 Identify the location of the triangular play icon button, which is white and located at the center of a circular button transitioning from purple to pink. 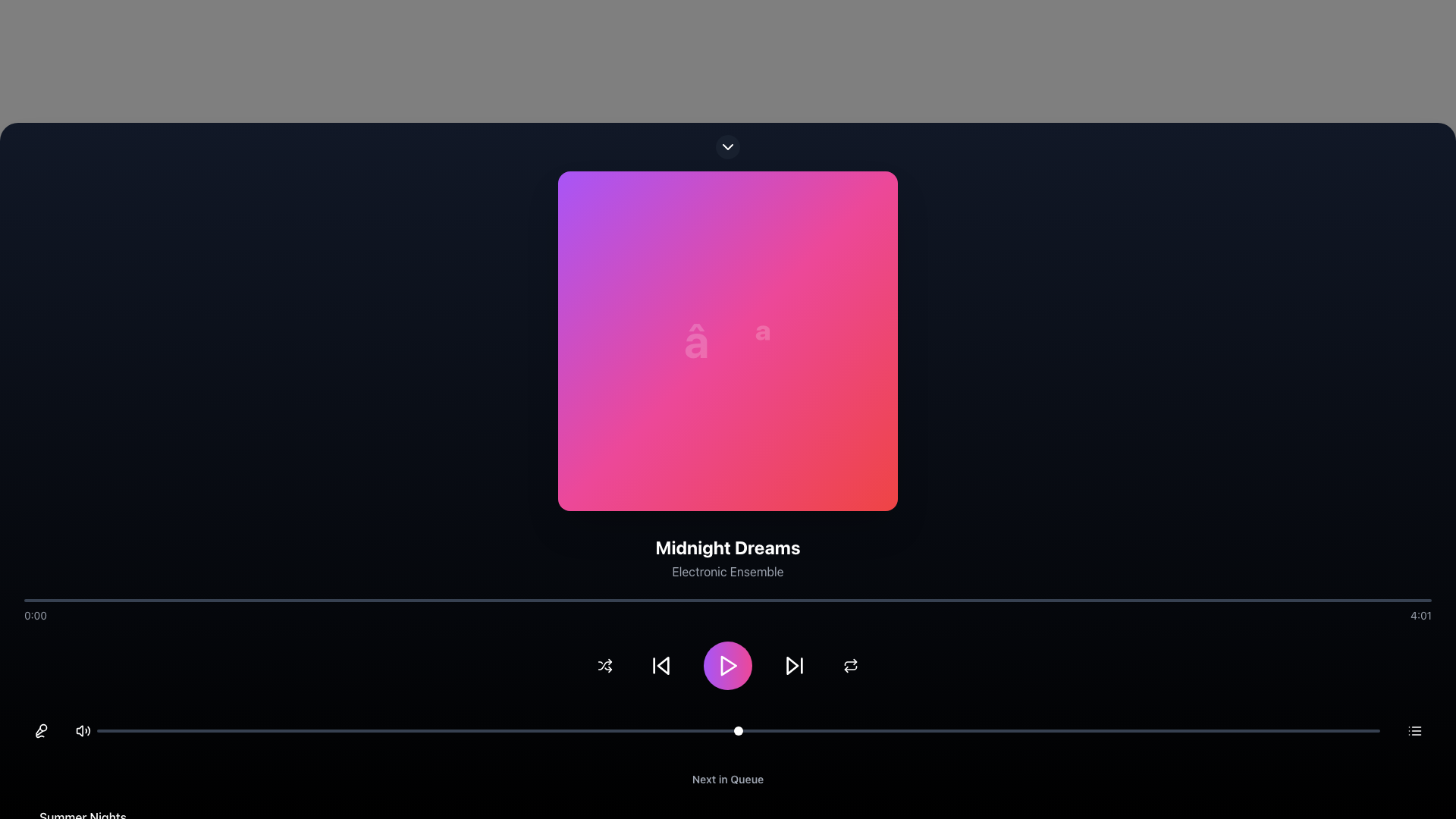
(728, 665).